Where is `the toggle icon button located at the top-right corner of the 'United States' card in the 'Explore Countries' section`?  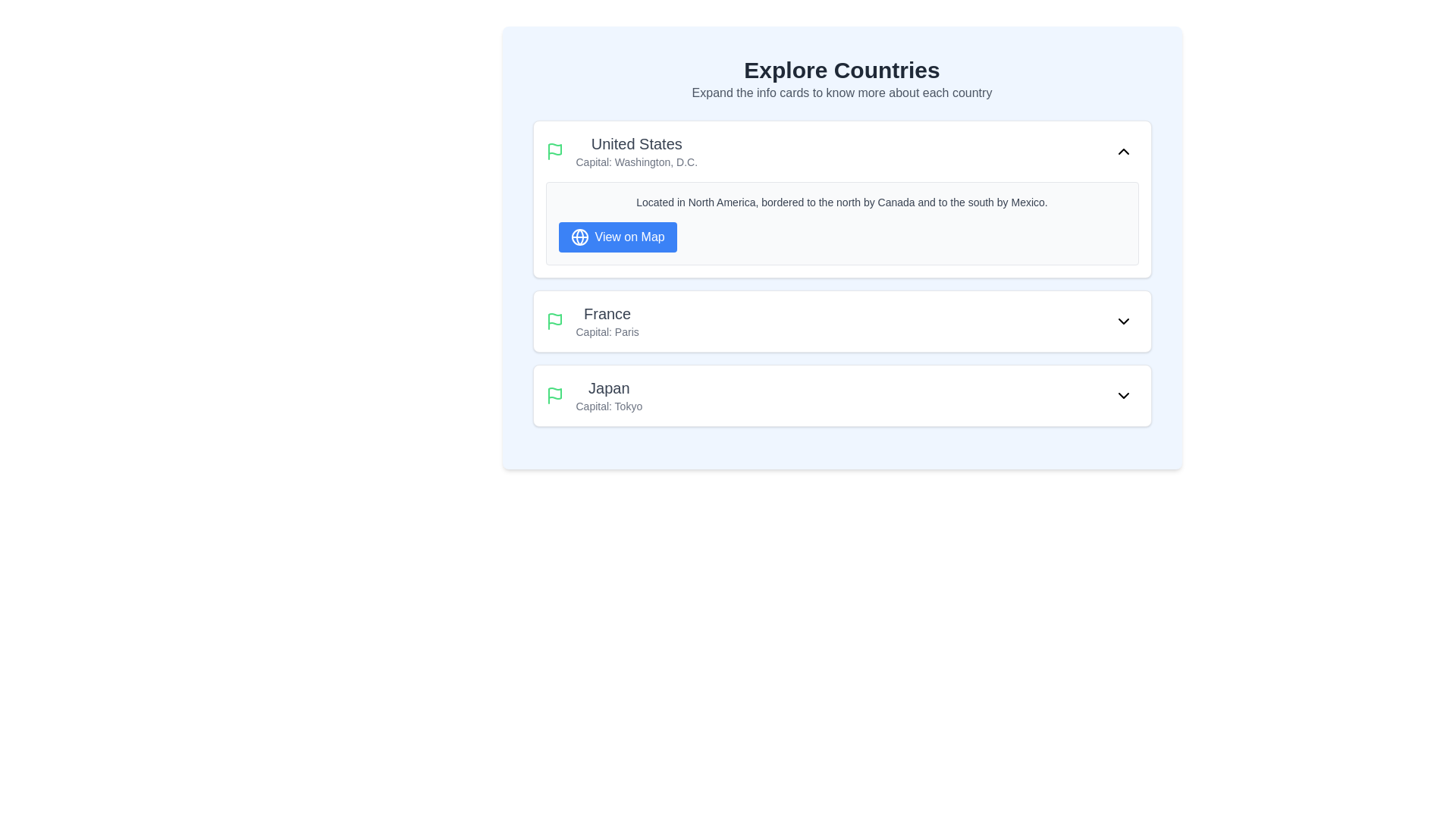
the toggle icon button located at the top-right corner of the 'United States' card in the 'Explore Countries' section is located at coordinates (1123, 152).